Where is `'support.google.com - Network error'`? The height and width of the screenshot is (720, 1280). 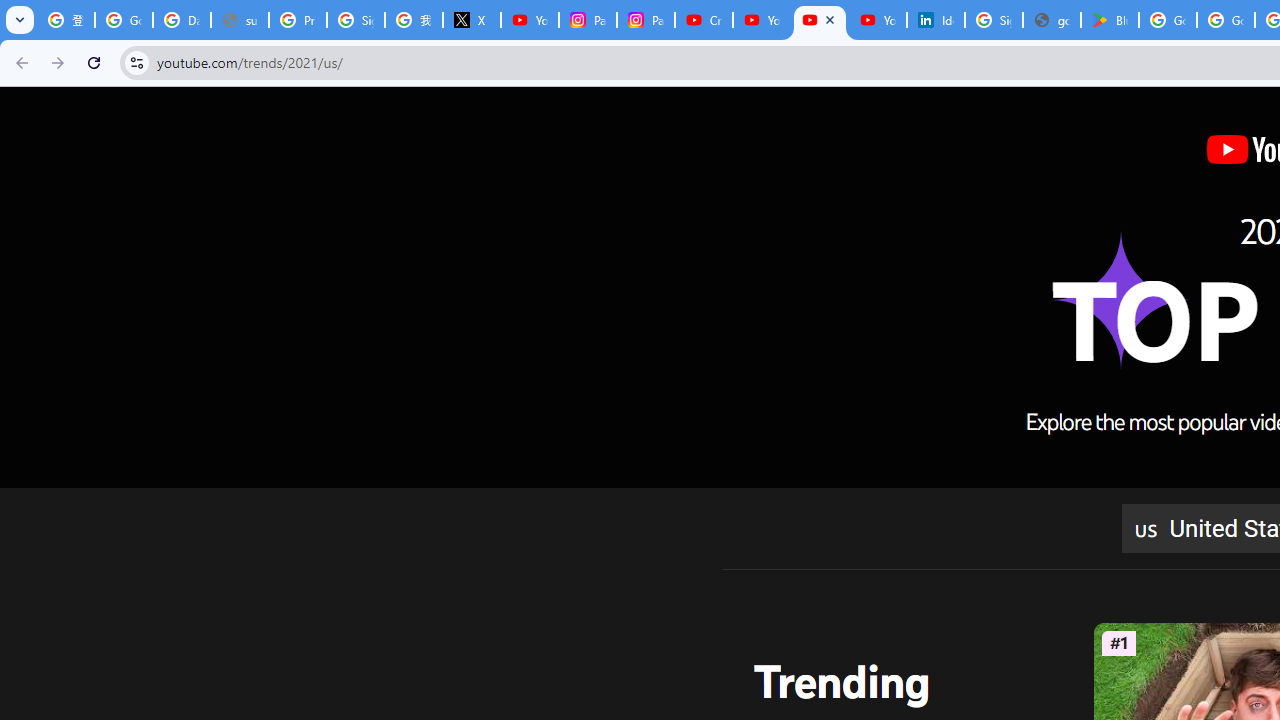 'support.google.com - Network error' is located at coordinates (240, 20).